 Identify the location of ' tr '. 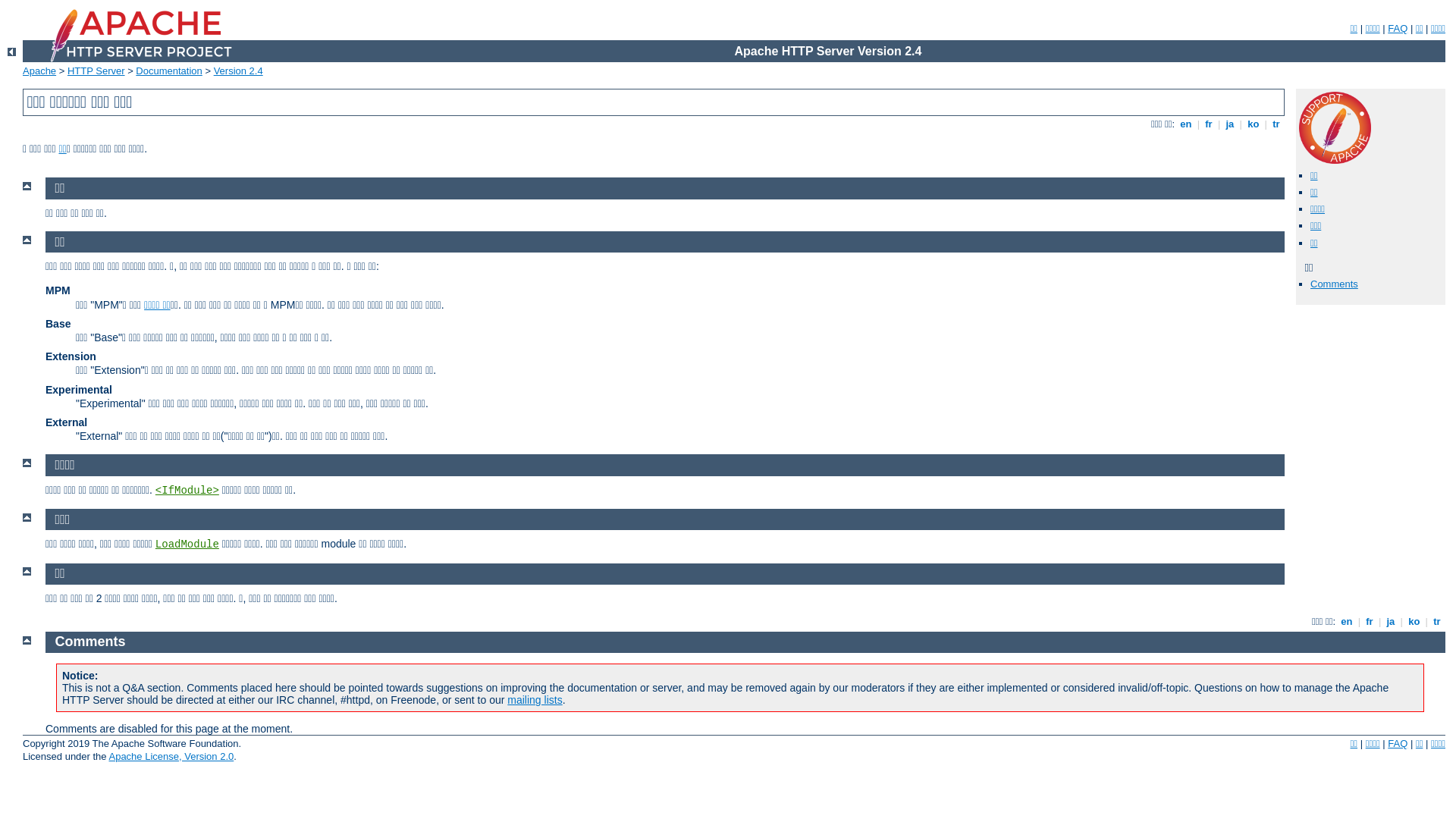
(1276, 123).